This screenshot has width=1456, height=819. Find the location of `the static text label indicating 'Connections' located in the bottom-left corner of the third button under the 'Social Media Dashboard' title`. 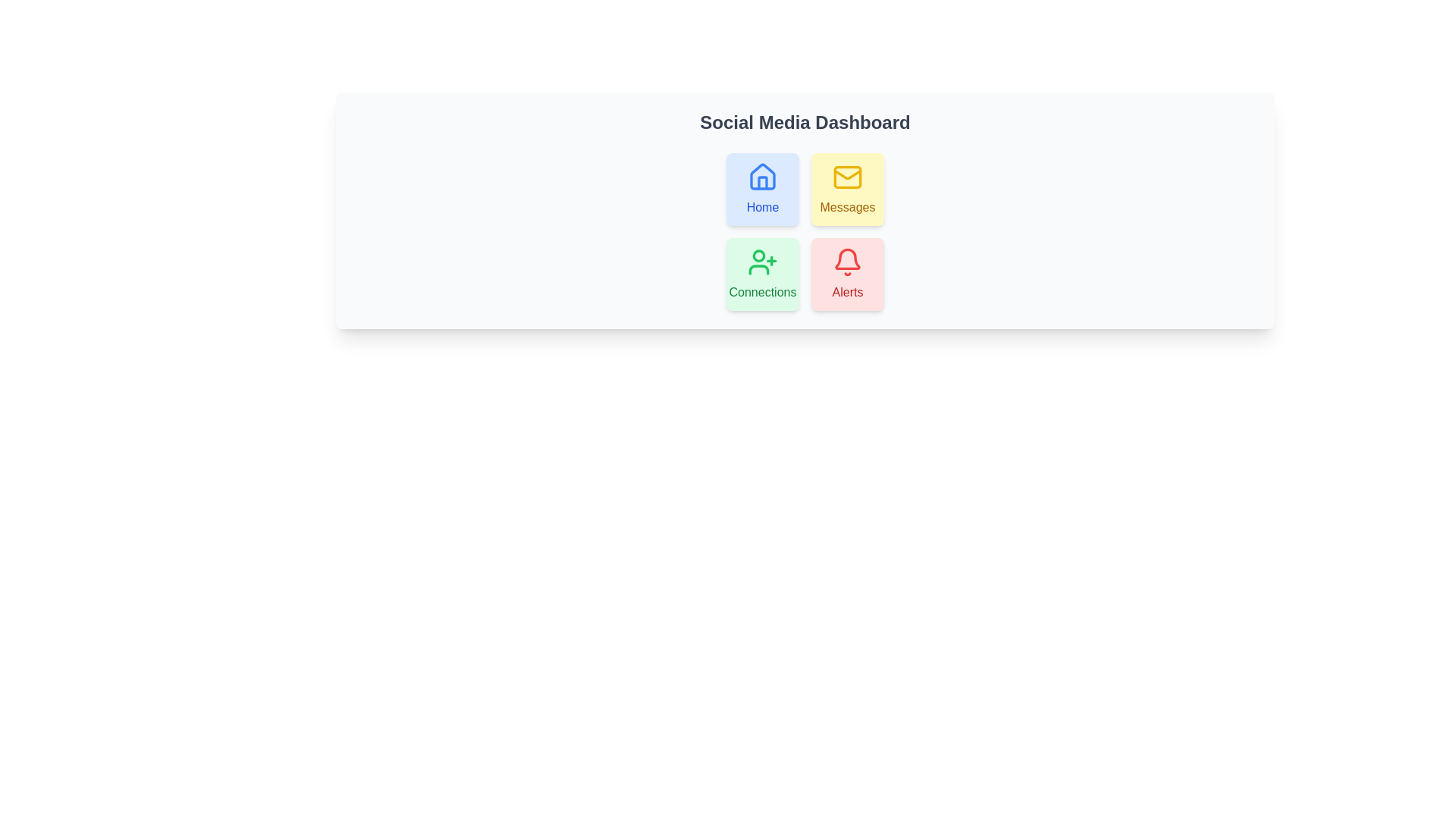

the static text label indicating 'Connections' located in the bottom-left corner of the third button under the 'Social Media Dashboard' title is located at coordinates (763, 292).